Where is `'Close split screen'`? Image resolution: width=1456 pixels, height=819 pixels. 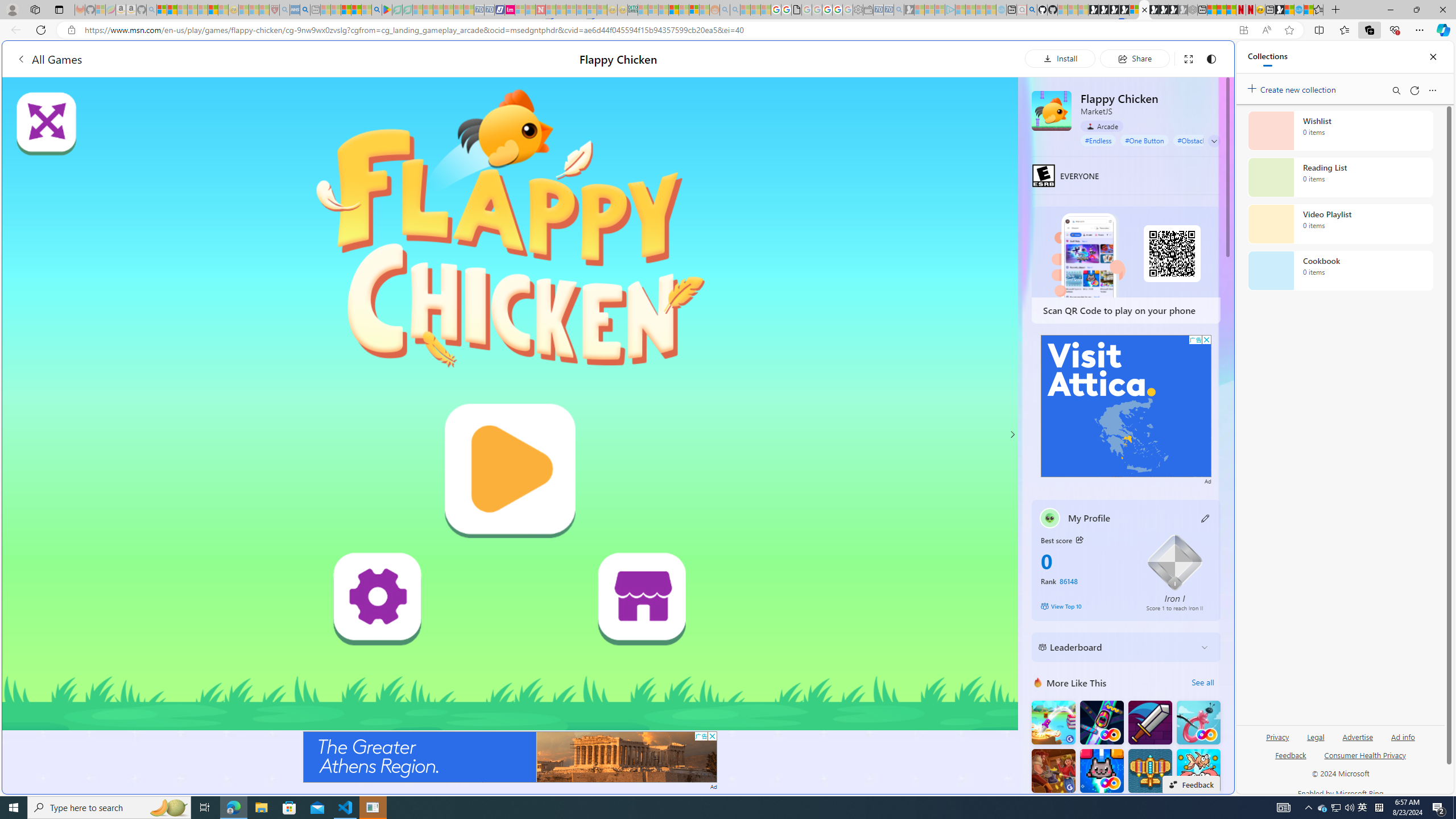
'Close split screen' is located at coordinates (1207, 57).